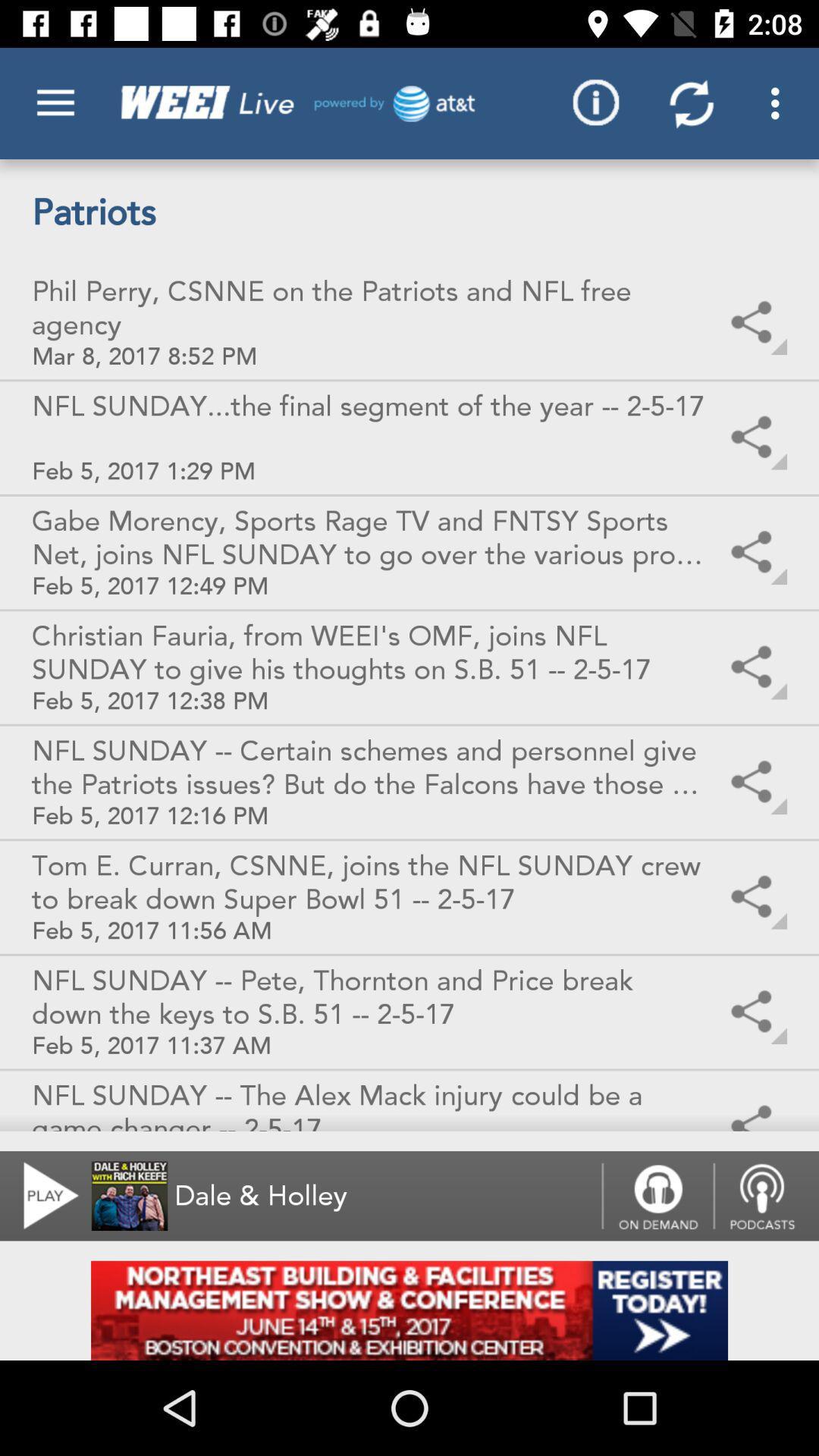 This screenshot has width=819, height=1456. I want to click on click on advertisement, so click(409, 1310).